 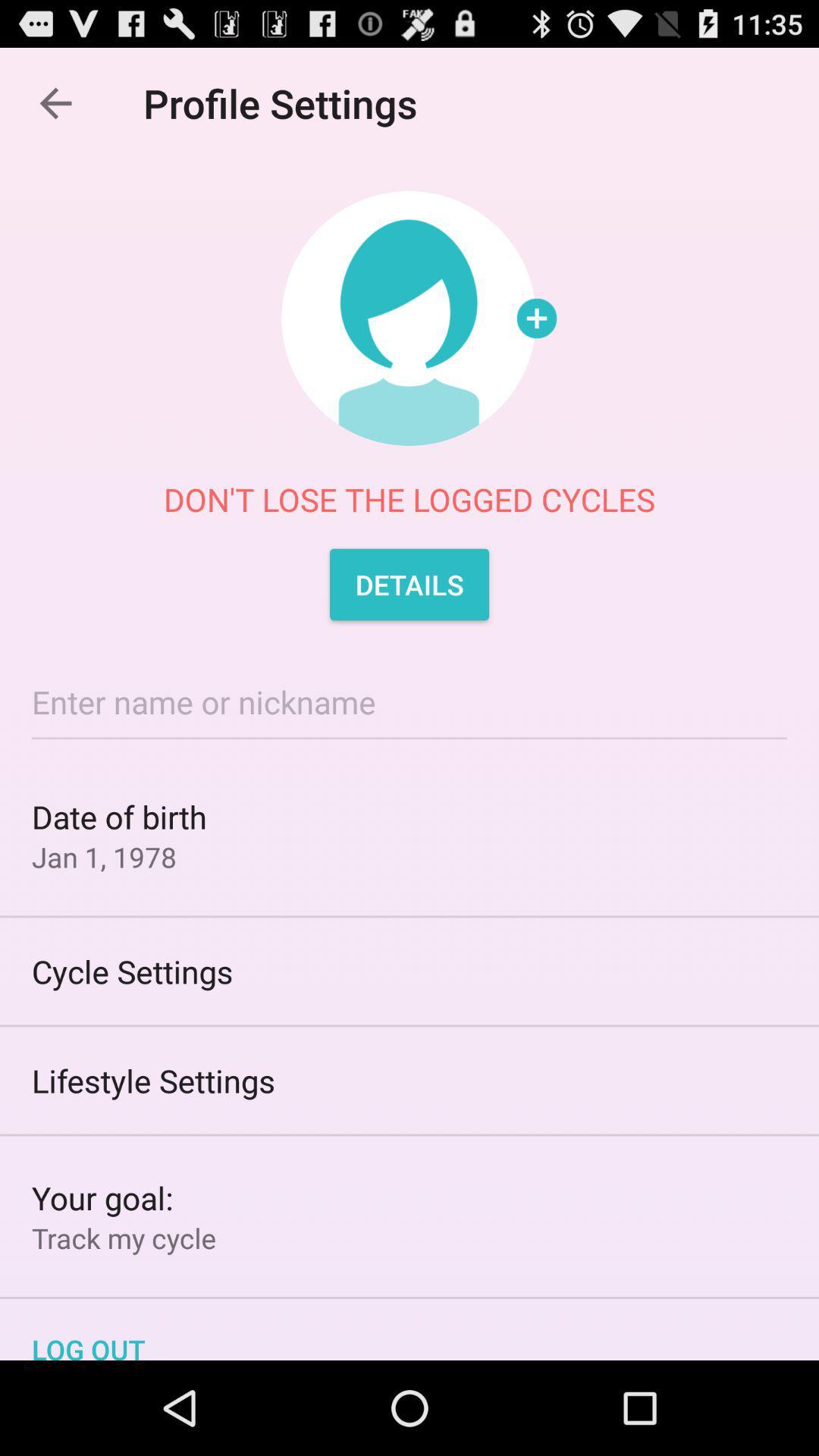 What do you see at coordinates (409, 1080) in the screenshot?
I see `the lifestyle settings item` at bounding box center [409, 1080].